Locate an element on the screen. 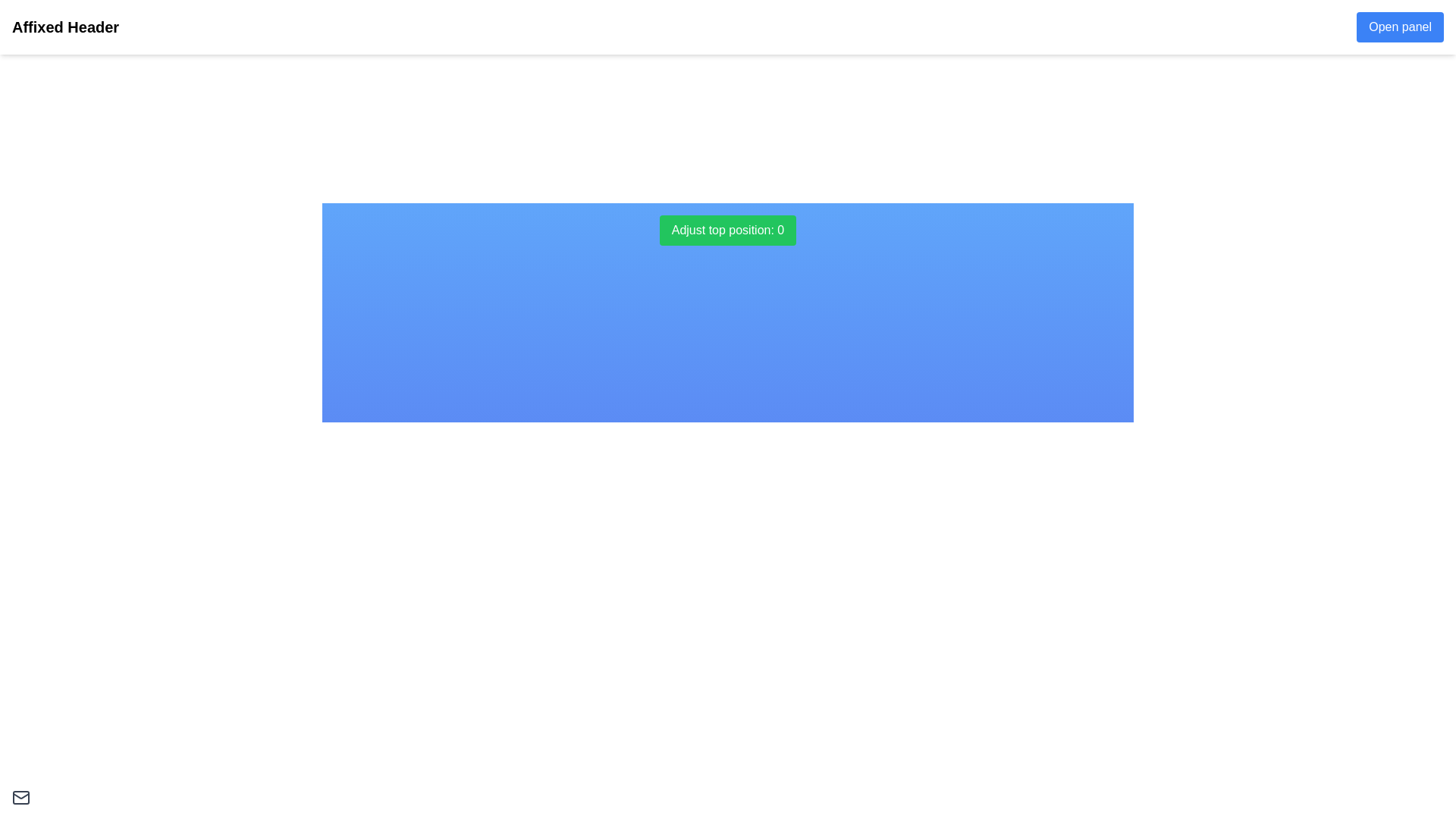  the rectangular button with rounded corners and a blue background labeled 'Open panel' is located at coordinates (1399, 27).